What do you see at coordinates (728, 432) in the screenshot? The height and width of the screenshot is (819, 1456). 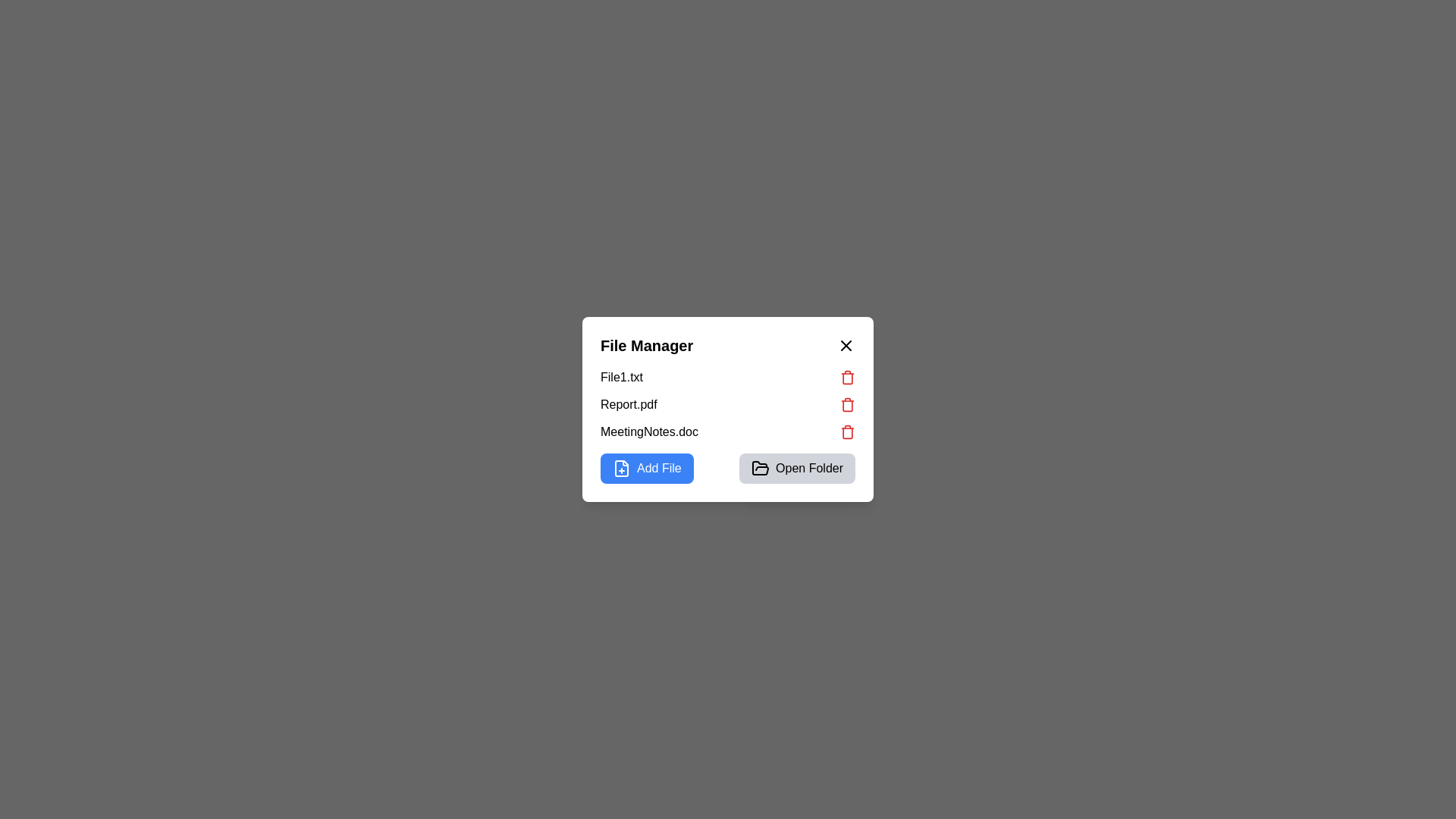 I see `the filename 'MeetingNotes.doc'` at bounding box center [728, 432].